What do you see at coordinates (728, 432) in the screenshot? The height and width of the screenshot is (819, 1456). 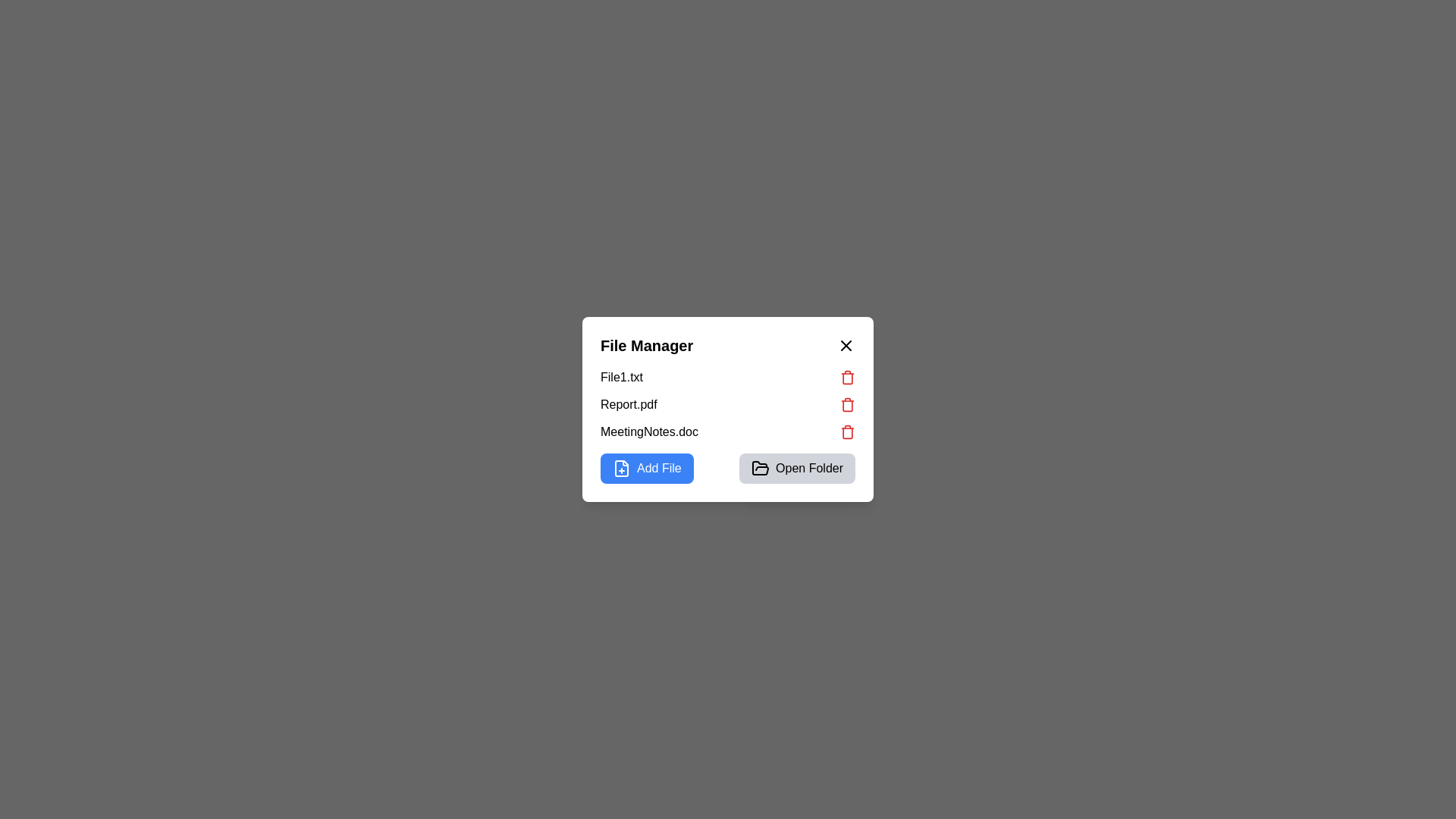 I see `the filename 'MeetingNotes.doc'` at bounding box center [728, 432].